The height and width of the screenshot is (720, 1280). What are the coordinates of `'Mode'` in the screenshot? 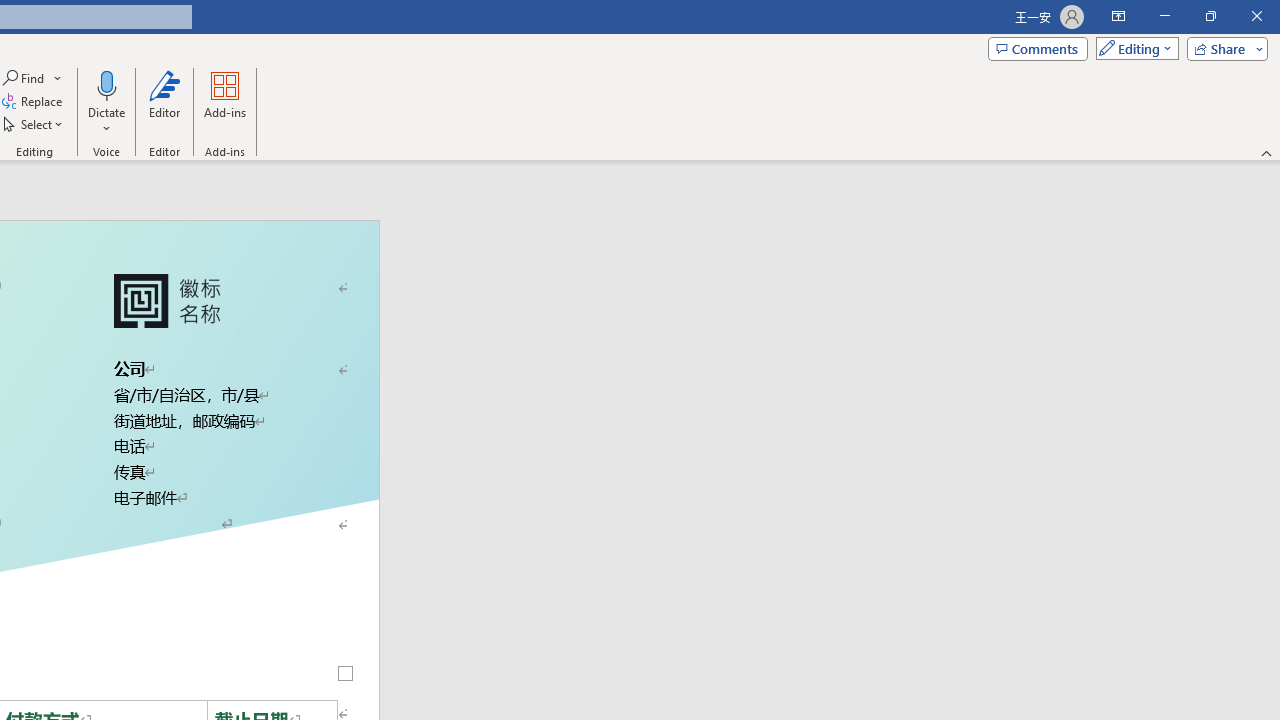 It's located at (1133, 47).